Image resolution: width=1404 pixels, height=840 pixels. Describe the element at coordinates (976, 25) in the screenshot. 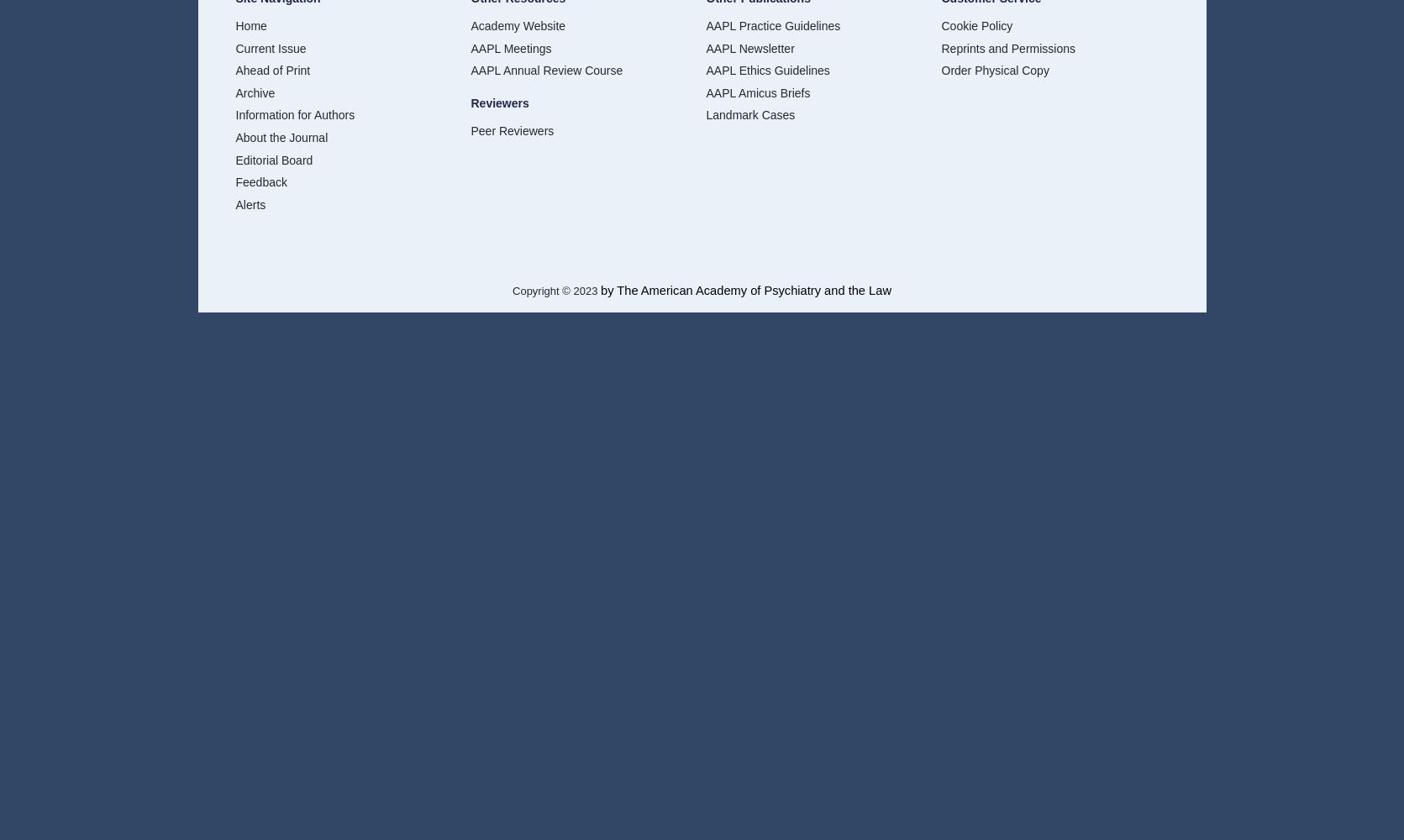

I see `'Cookie Policy'` at that location.